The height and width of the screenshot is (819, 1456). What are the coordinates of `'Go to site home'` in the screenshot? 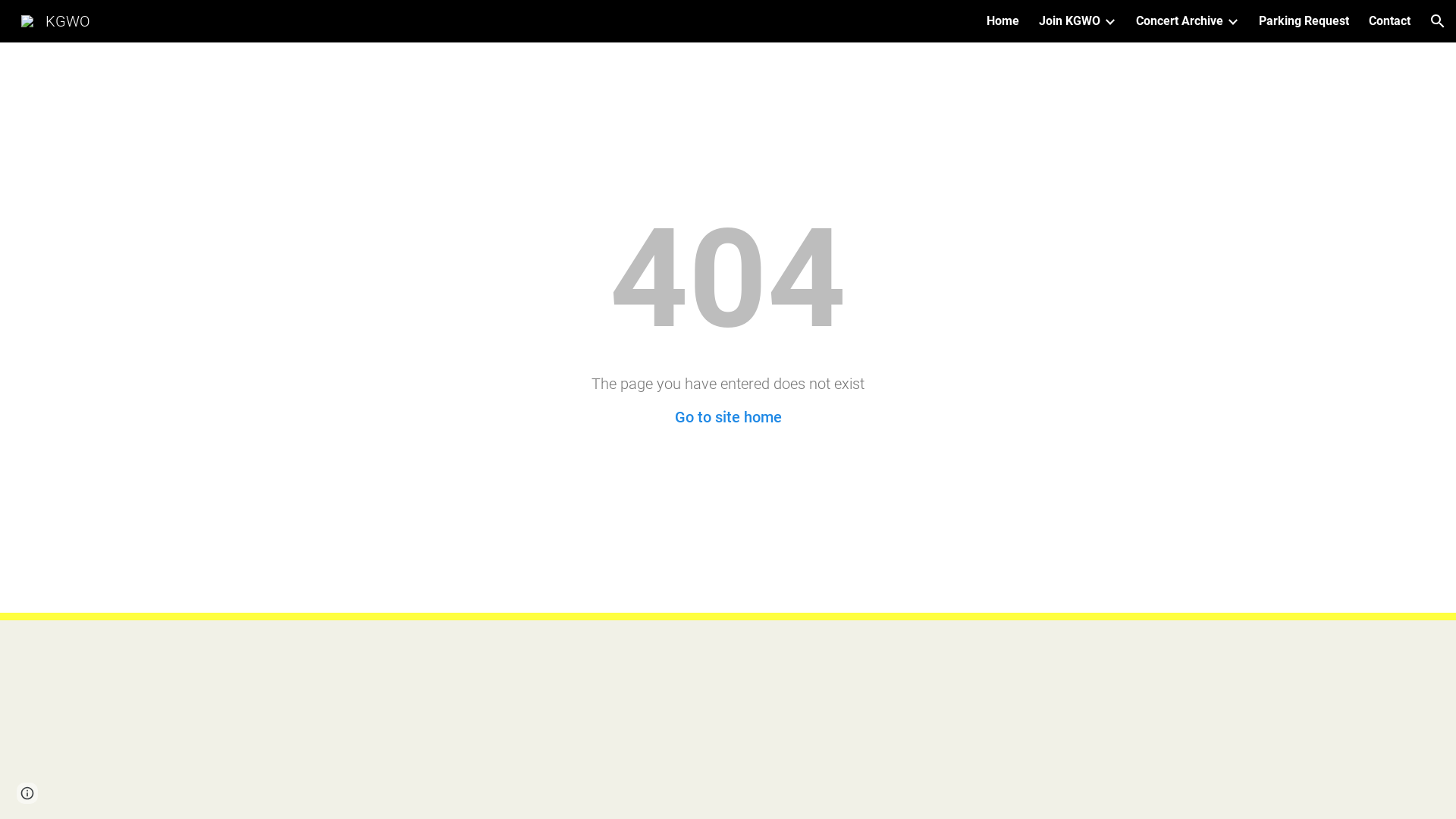 It's located at (728, 417).